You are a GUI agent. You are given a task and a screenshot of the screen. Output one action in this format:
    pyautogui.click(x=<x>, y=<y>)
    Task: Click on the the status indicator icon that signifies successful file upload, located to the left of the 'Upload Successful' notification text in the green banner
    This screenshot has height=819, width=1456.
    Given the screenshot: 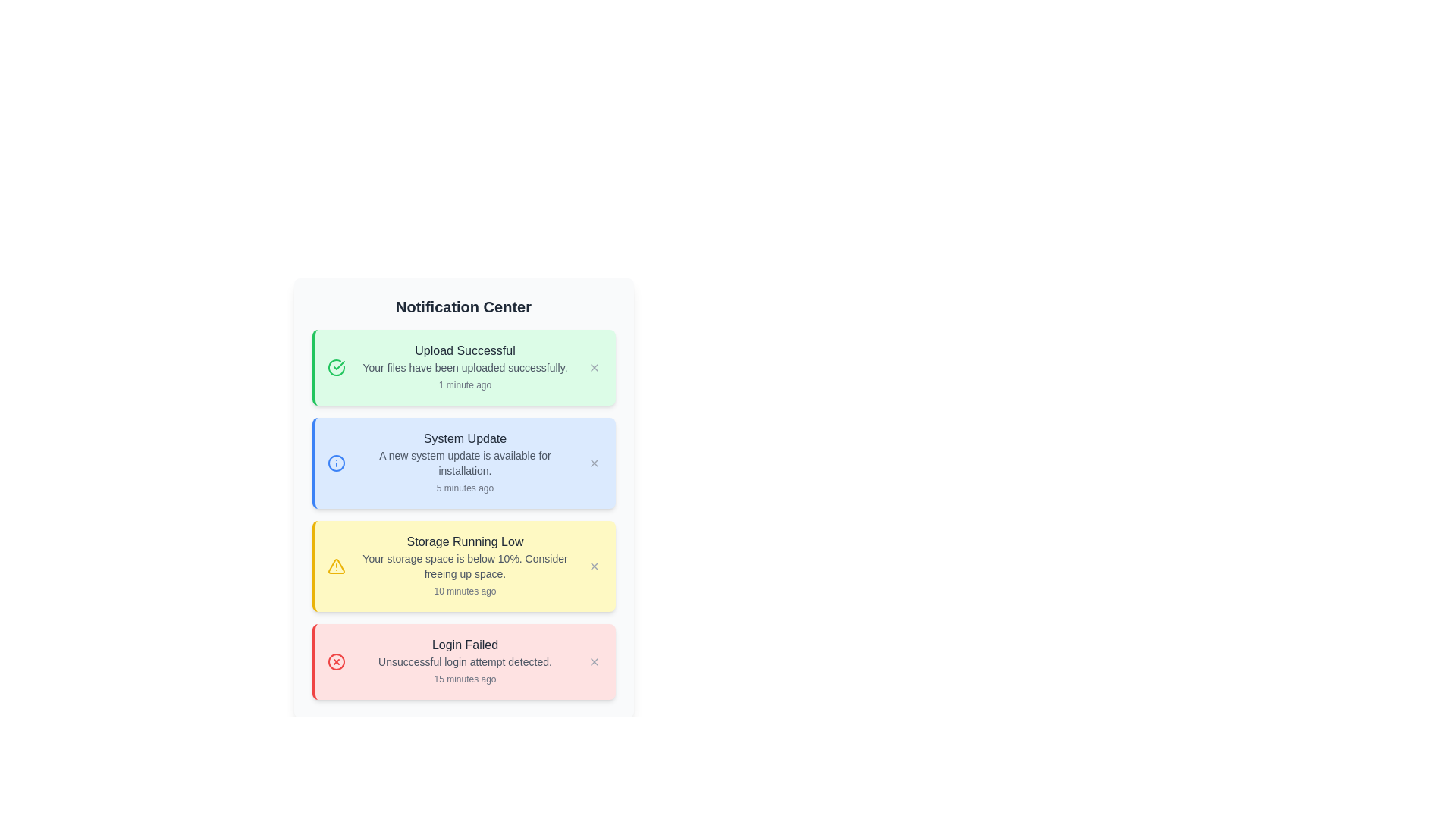 What is the action you would take?
    pyautogui.click(x=335, y=368)
    